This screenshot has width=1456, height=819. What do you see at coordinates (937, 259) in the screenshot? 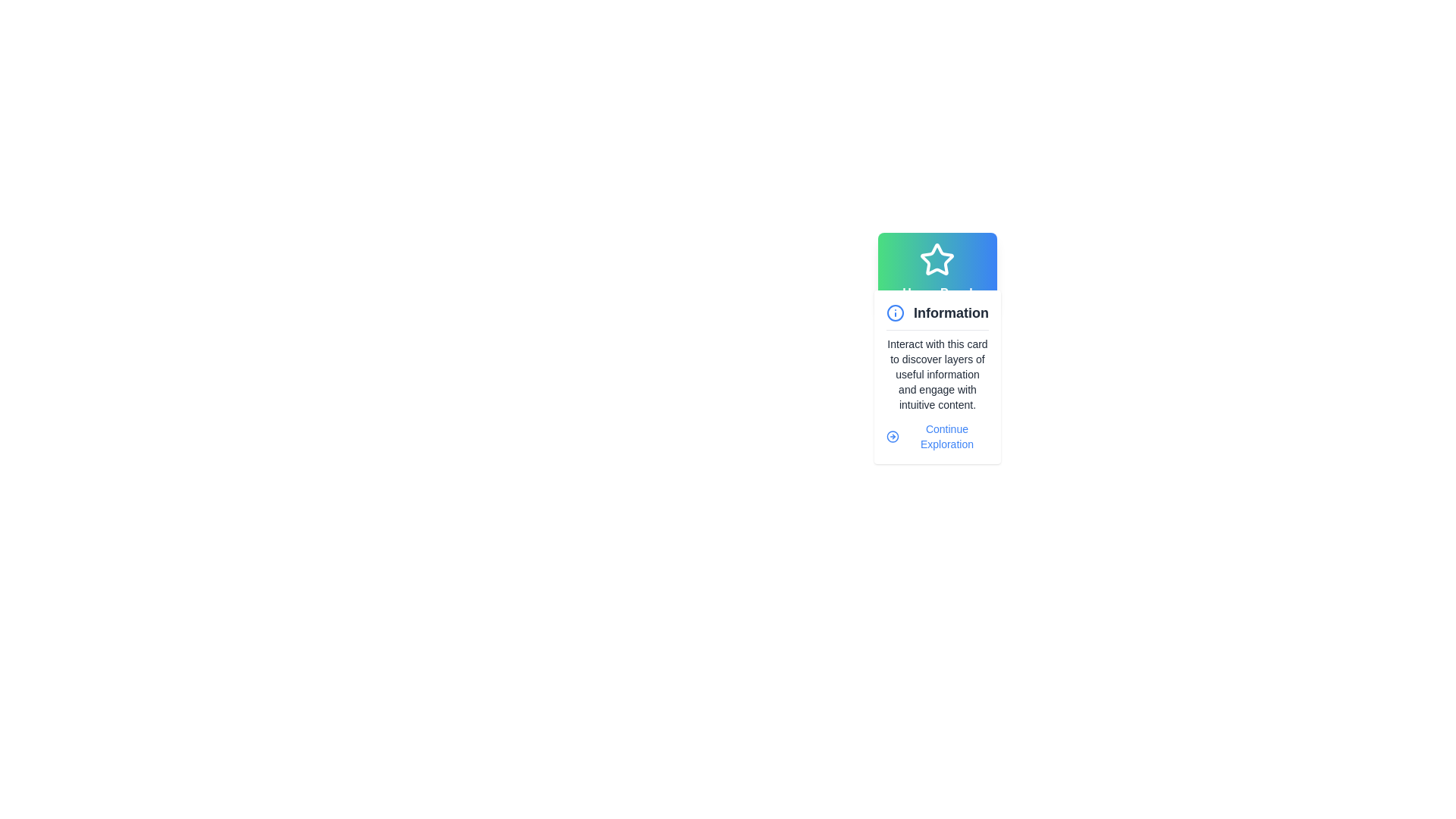
I see `the star icon located at the top area of the card interface, which signifies a rating or favorite status` at bounding box center [937, 259].